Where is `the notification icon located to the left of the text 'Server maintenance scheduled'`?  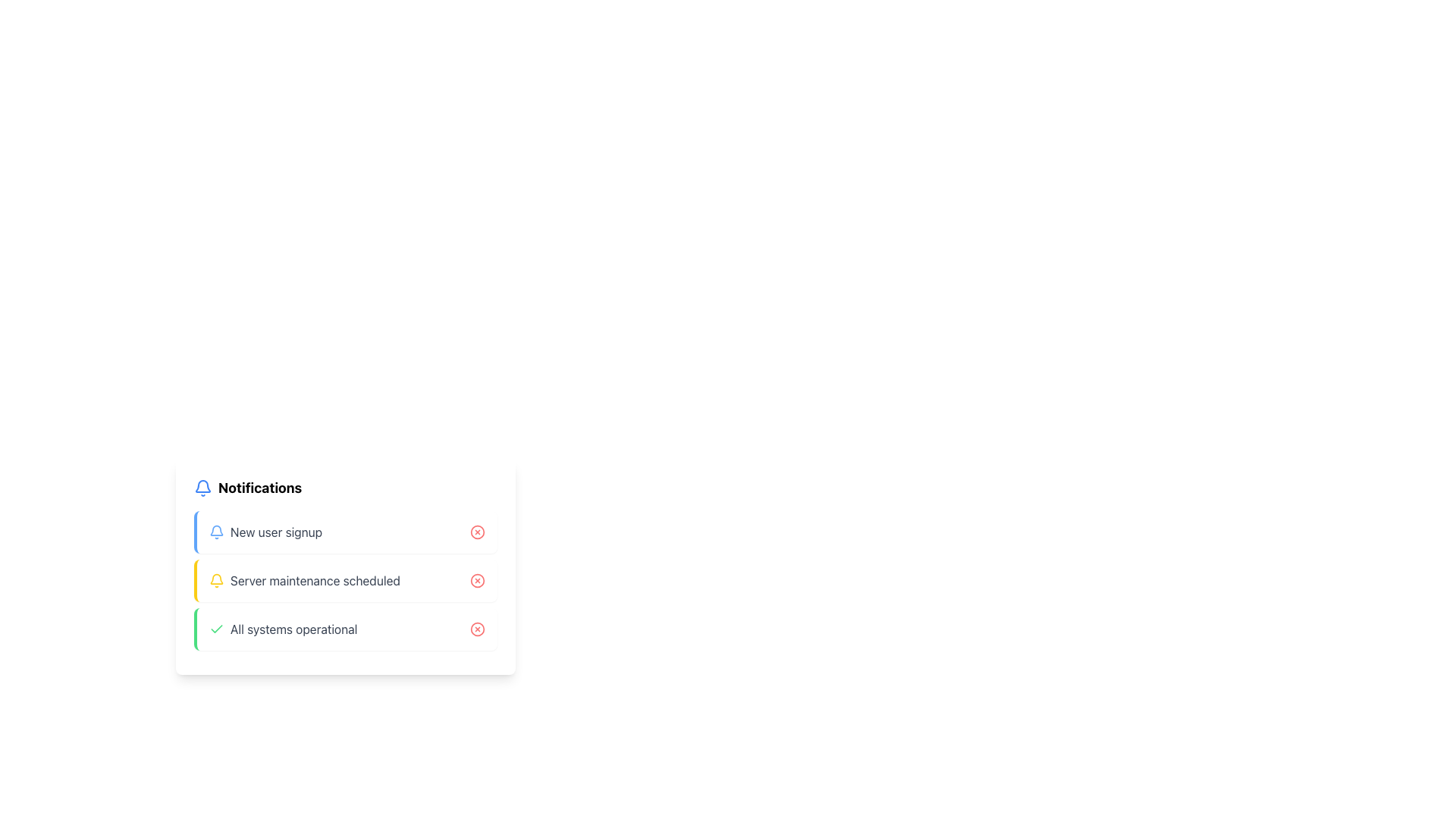 the notification icon located to the left of the text 'Server maintenance scheduled' is located at coordinates (216, 580).